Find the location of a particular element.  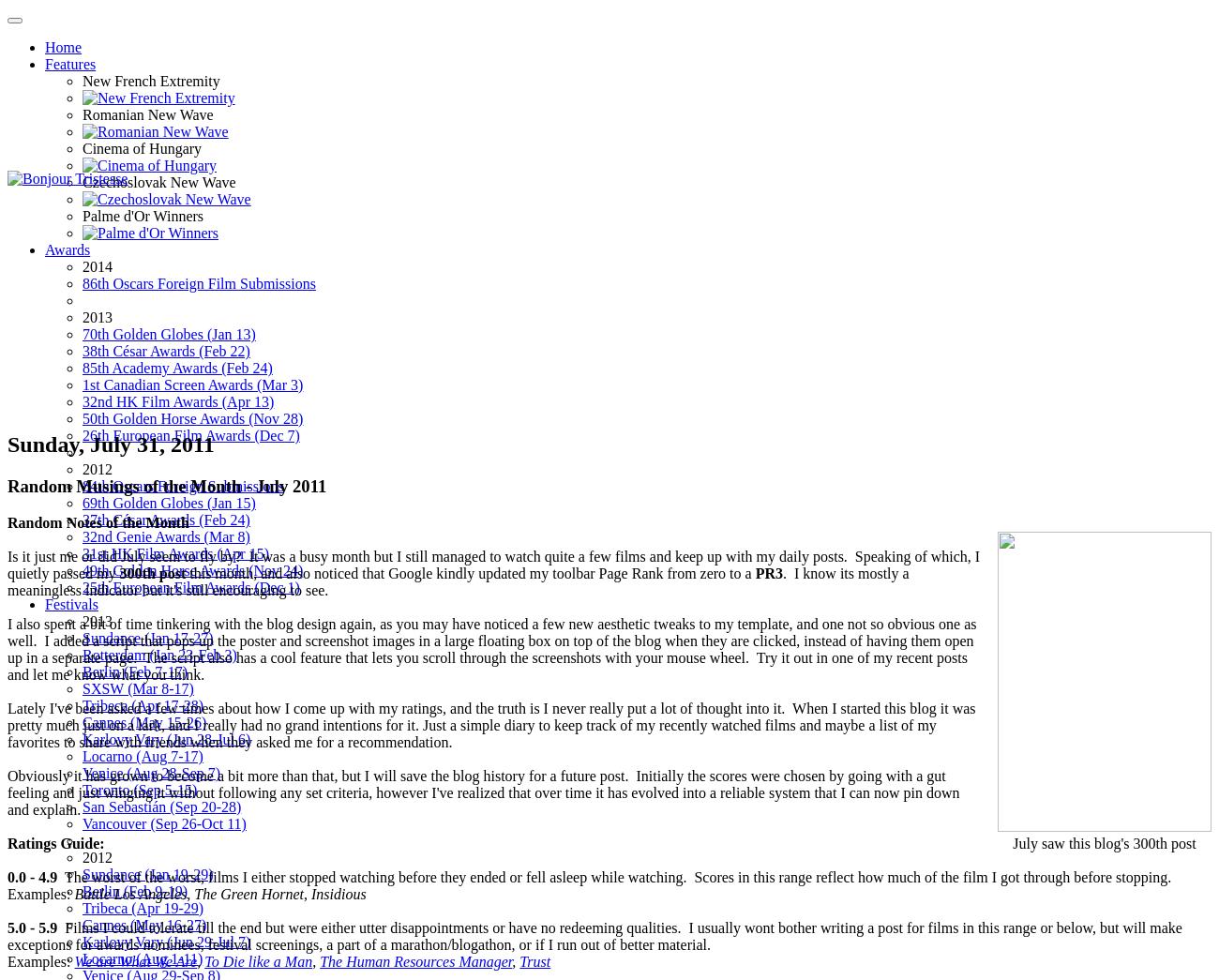

'Lately I've been asked a few times about how I come up with my ratings, and the truth is I never really put a lot of thought into it.  When I started this blog it was pretty much just on a lark, and I really had no grand intentions for it.   Just a simple diary to keep track of my recently watched films and maybe a list of my favorites to share with friends when they asked me for a recommendation.' is located at coordinates (7, 724).